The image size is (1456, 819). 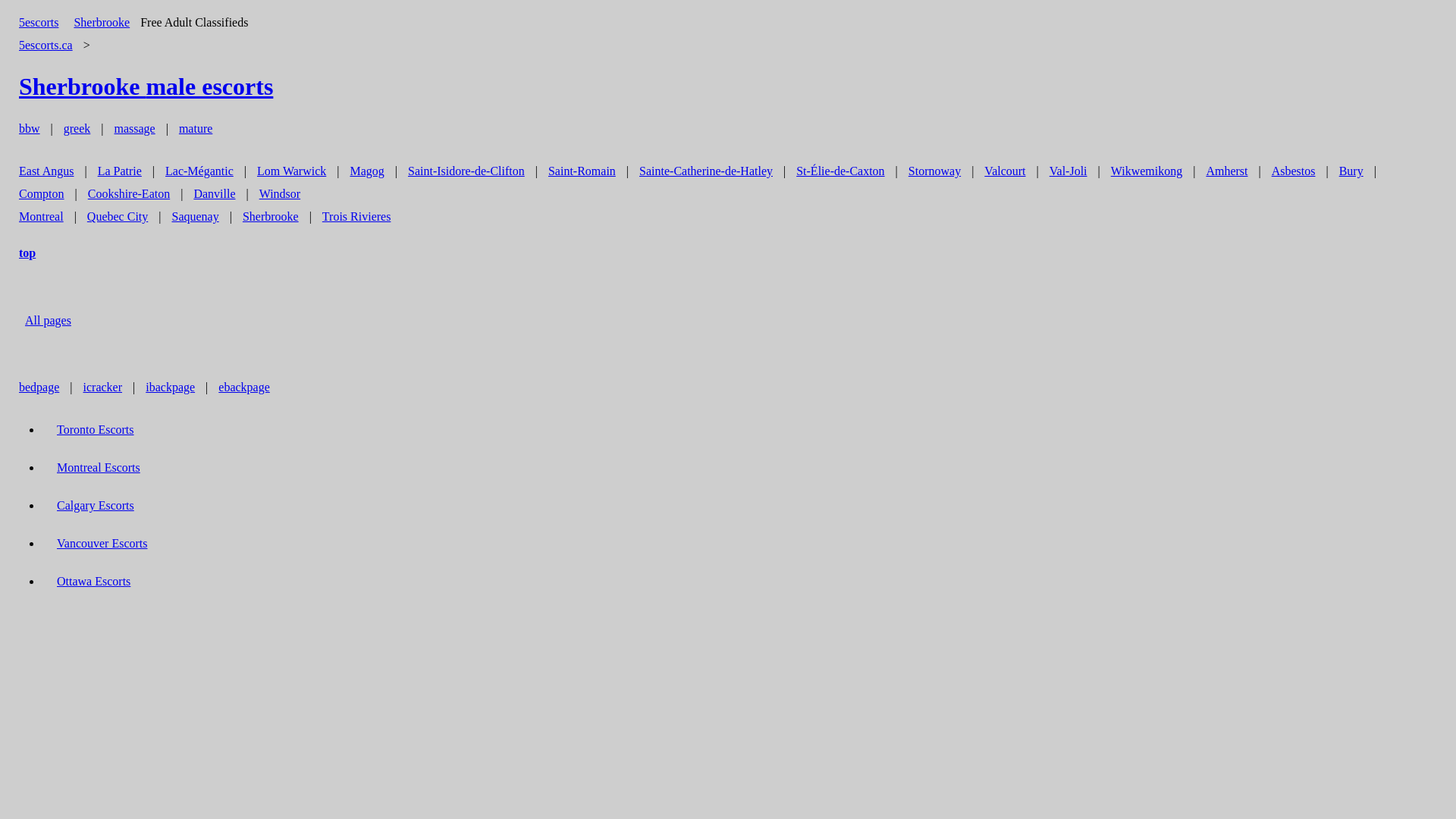 What do you see at coordinates (101, 22) in the screenshot?
I see `'Sherbrooke'` at bounding box center [101, 22].